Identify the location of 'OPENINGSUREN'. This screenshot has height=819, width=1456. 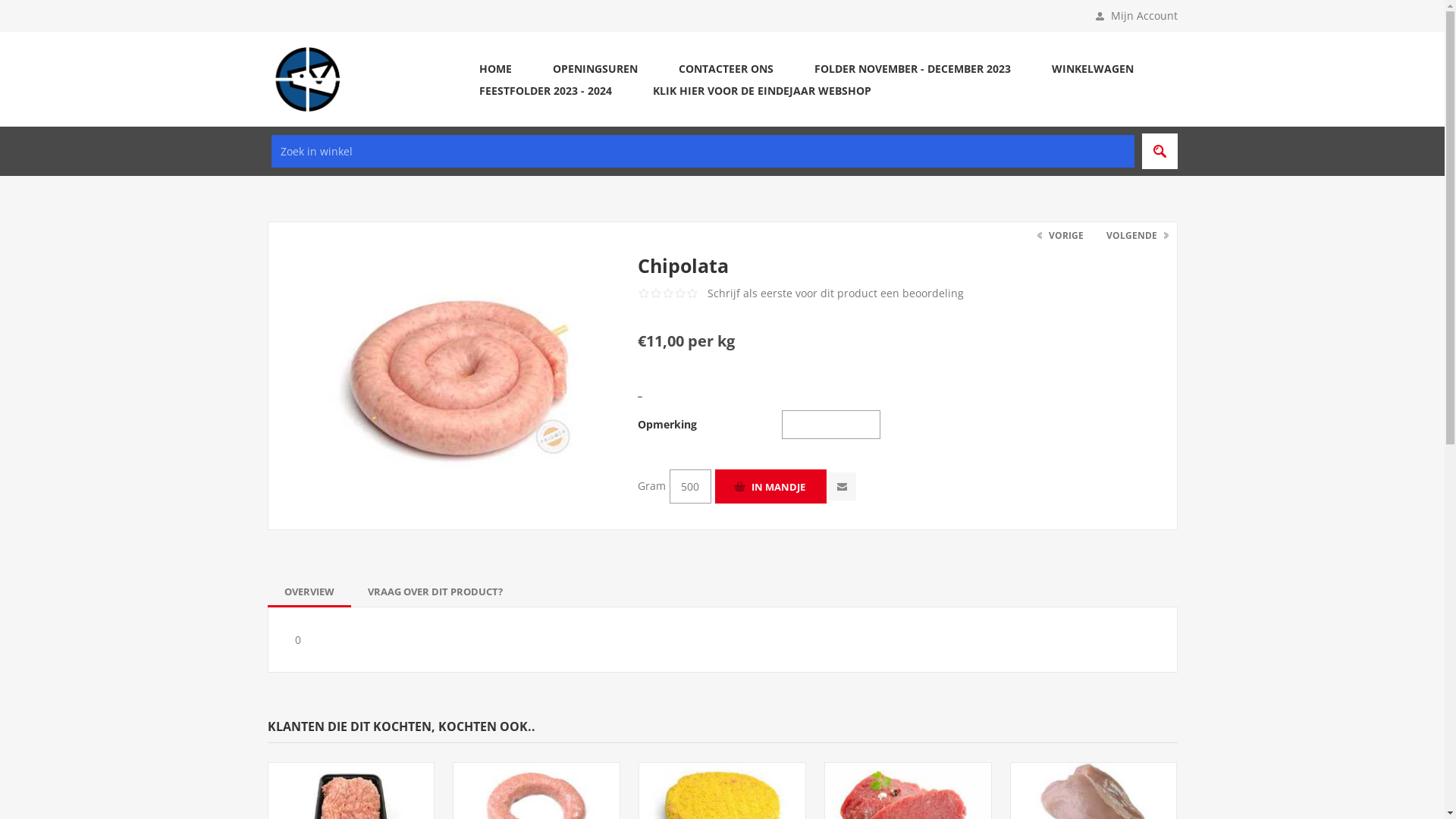
(595, 68).